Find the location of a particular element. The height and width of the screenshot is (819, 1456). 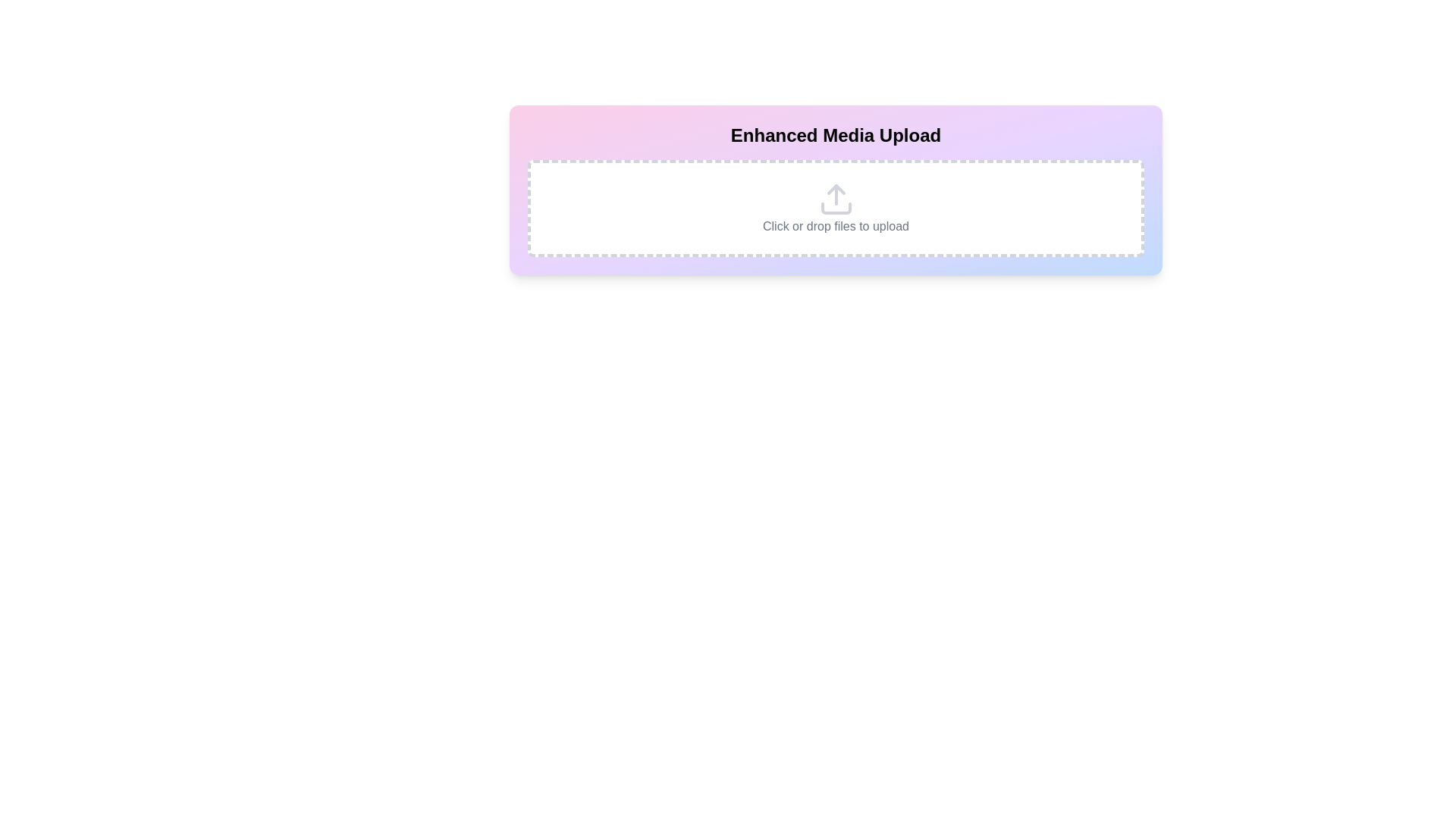

the upward-pointing arrowhead graphic symbol, which is part of the gray upload icon and positioned above the text 'Click or drop files to upload' is located at coordinates (835, 189).